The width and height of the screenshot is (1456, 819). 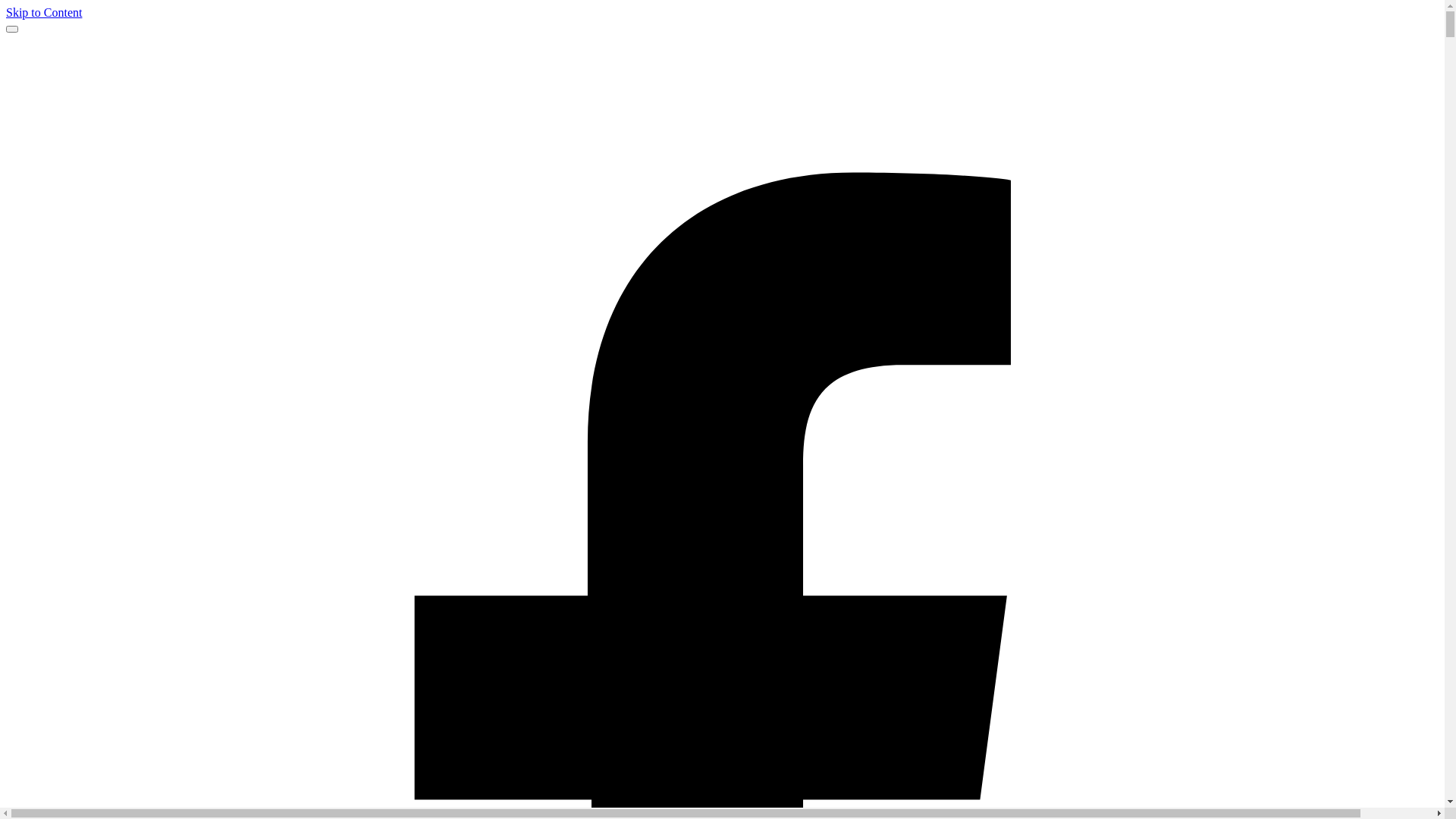 What do you see at coordinates (6, 12) in the screenshot?
I see `'Skip to Content'` at bounding box center [6, 12].